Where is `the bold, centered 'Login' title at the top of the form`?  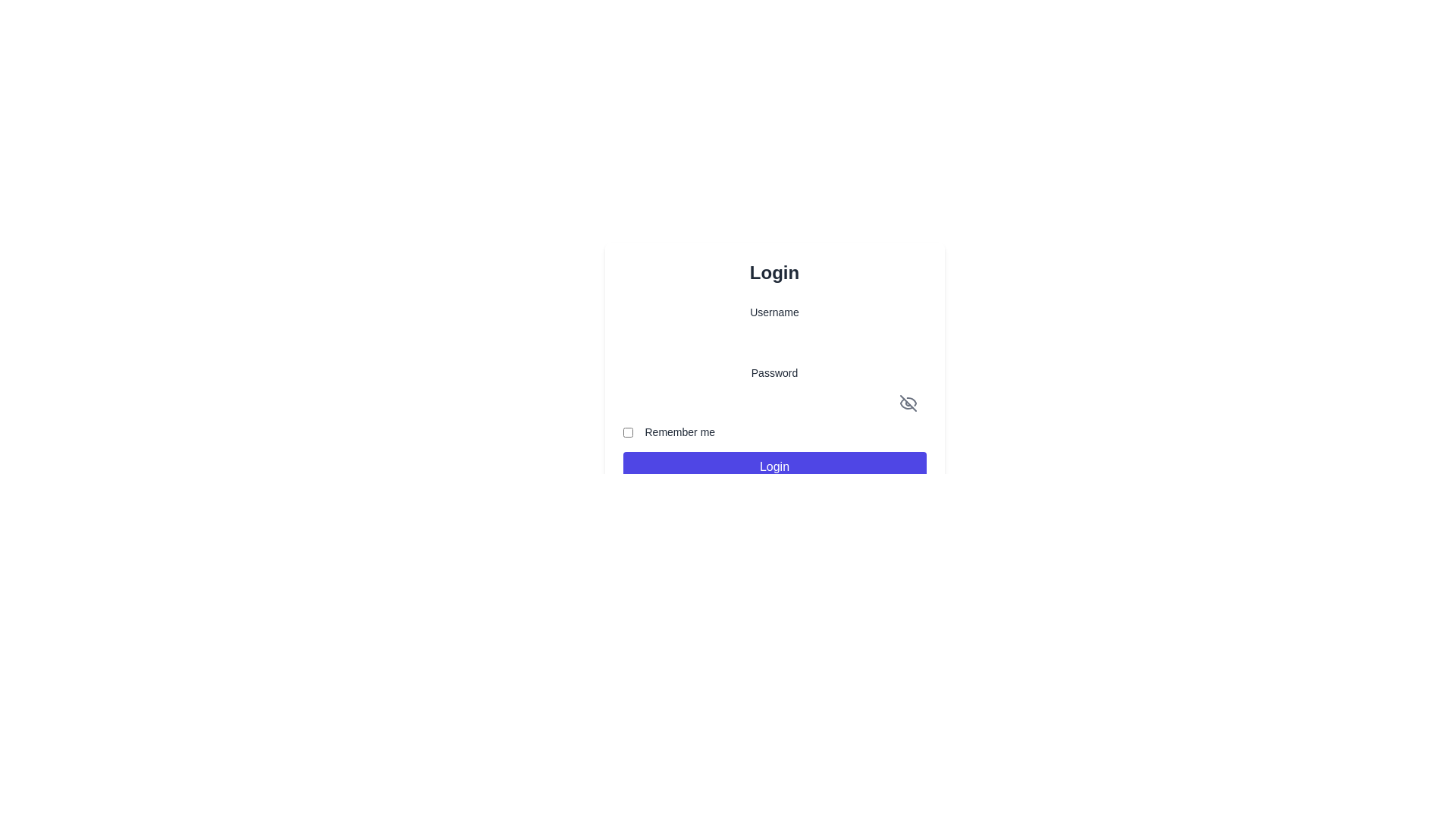
the bold, centered 'Login' title at the top of the form is located at coordinates (774, 271).